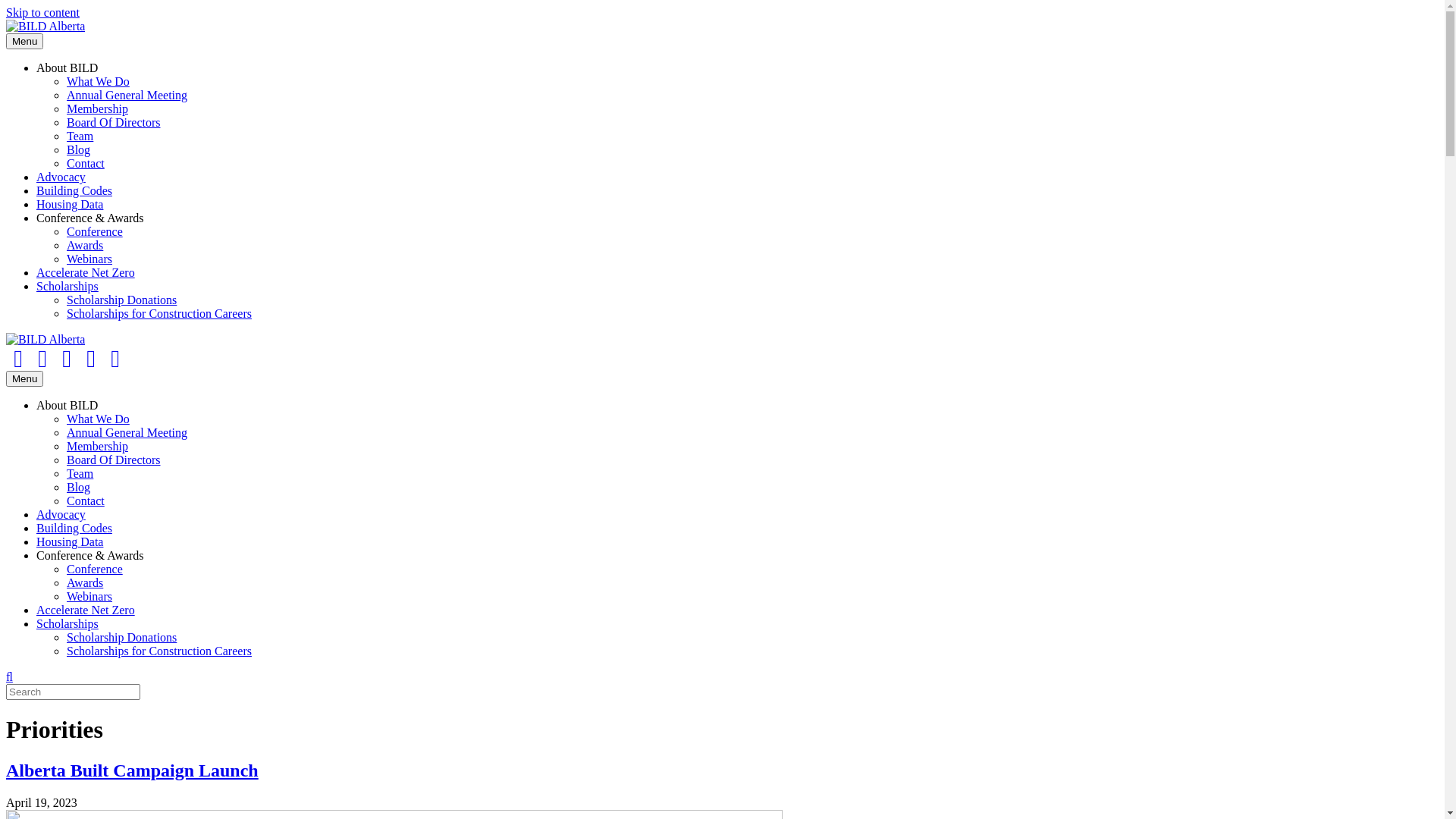  Describe the element at coordinates (159, 650) in the screenshot. I see `'Scholarships for Construction Careers'` at that location.